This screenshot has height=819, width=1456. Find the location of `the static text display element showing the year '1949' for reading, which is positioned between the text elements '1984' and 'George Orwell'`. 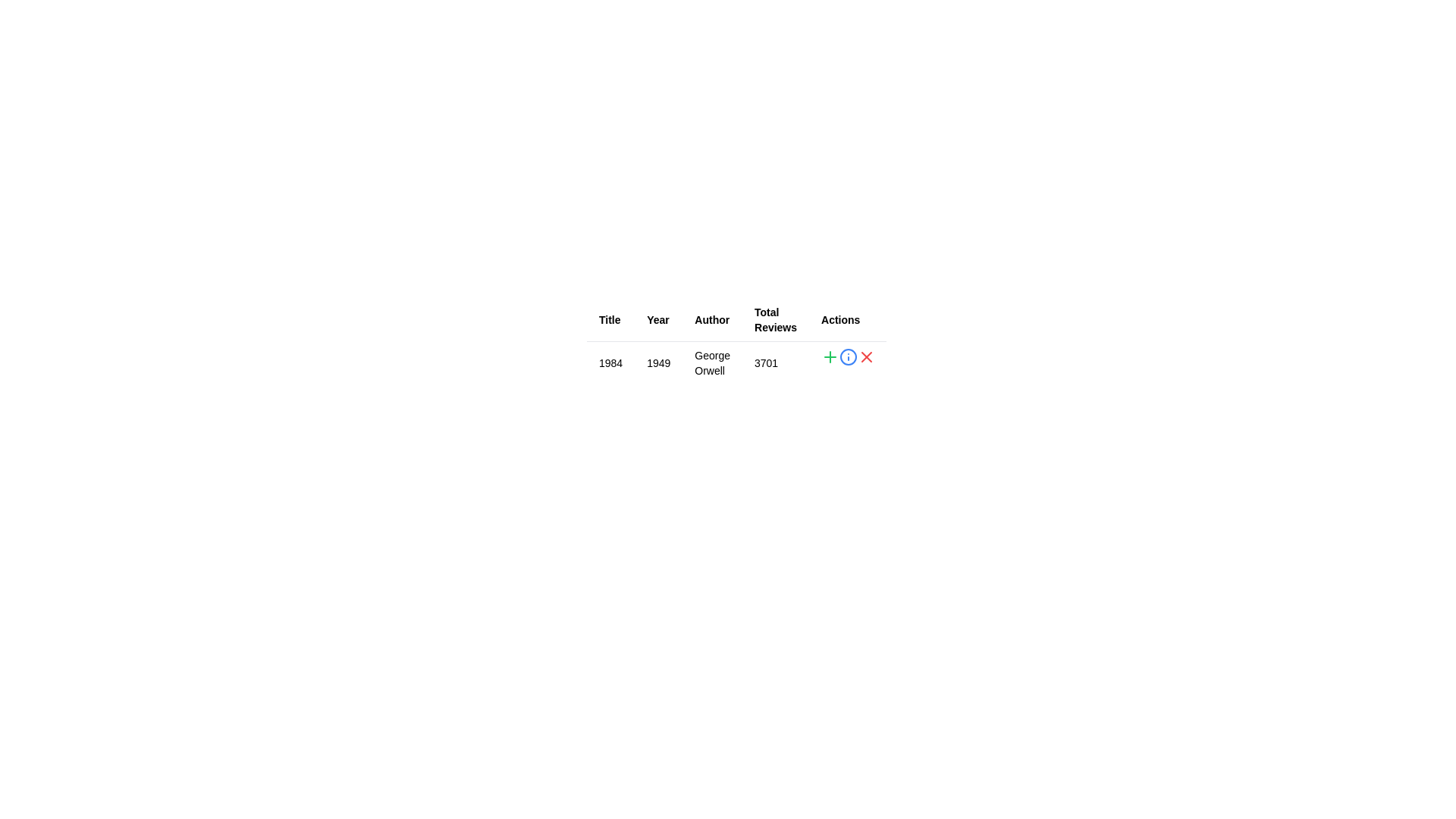

the static text display element showing the year '1949' for reading, which is positioned between the text elements '1984' and 'George Orwell' is located at coordinates (658, 362).